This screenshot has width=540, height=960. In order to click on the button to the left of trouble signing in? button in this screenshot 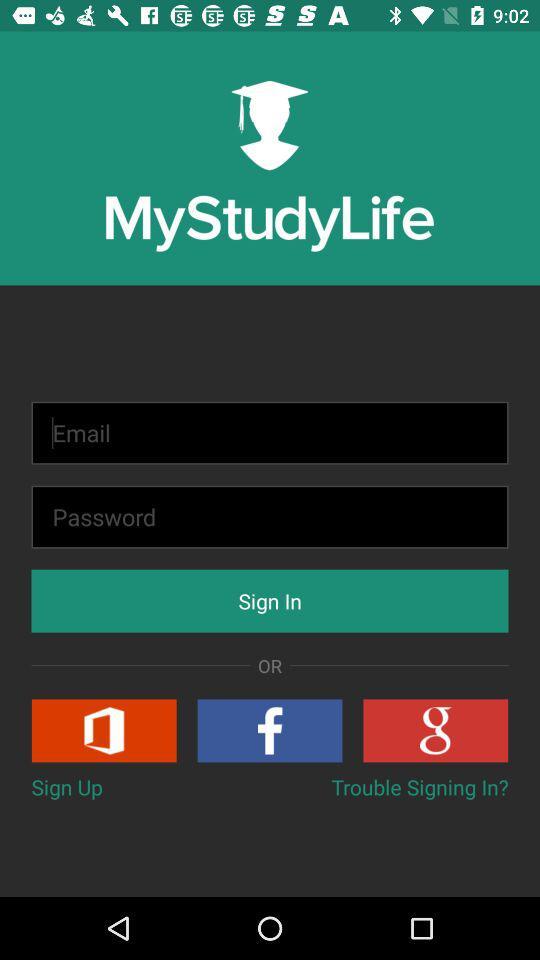, I will do `click(67, 787)`.